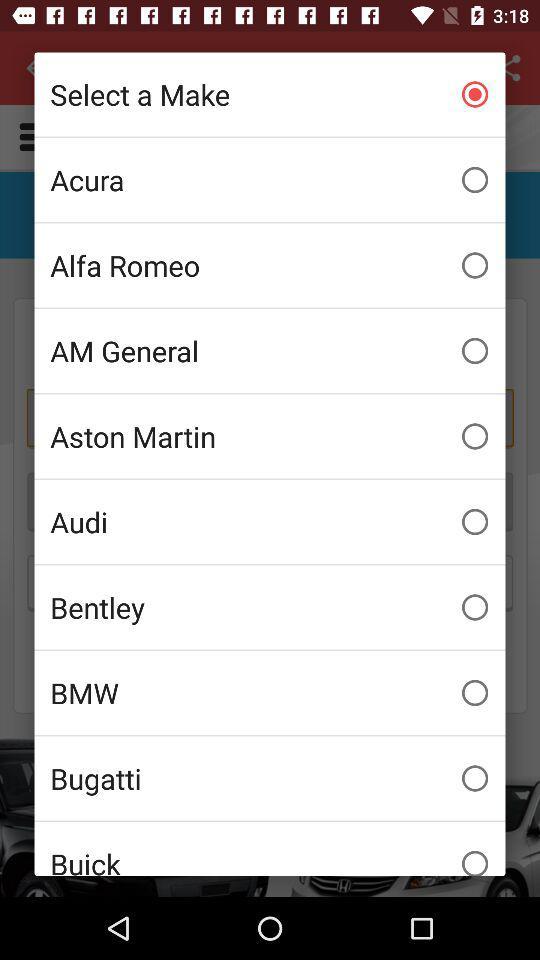 The width and height of the screenshot is (540, 960). I want to click on the alfa romeo icon, so click(270, 264).